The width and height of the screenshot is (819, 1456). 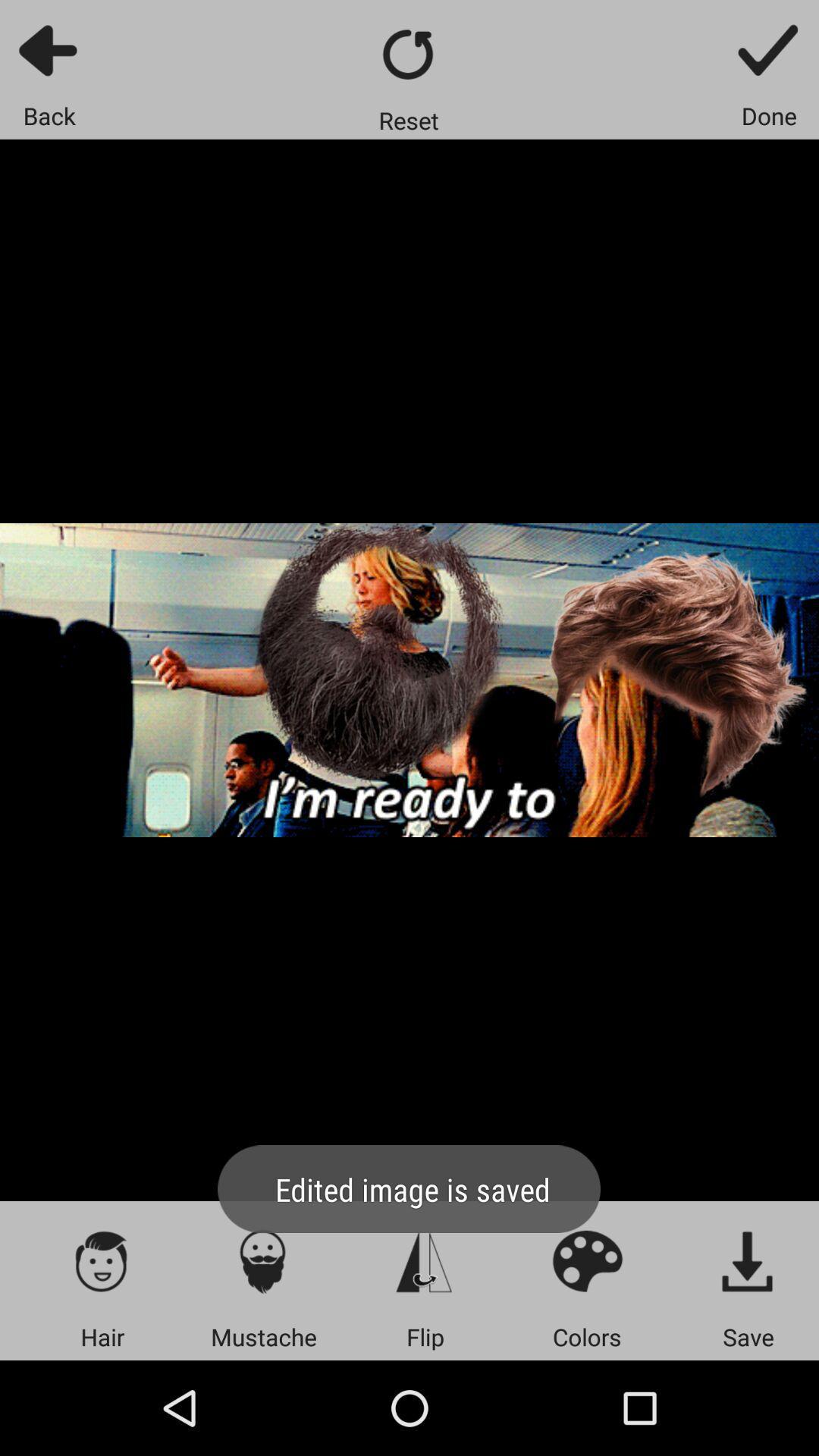 I want to click on indicate finish, so click(x=769, y=49).